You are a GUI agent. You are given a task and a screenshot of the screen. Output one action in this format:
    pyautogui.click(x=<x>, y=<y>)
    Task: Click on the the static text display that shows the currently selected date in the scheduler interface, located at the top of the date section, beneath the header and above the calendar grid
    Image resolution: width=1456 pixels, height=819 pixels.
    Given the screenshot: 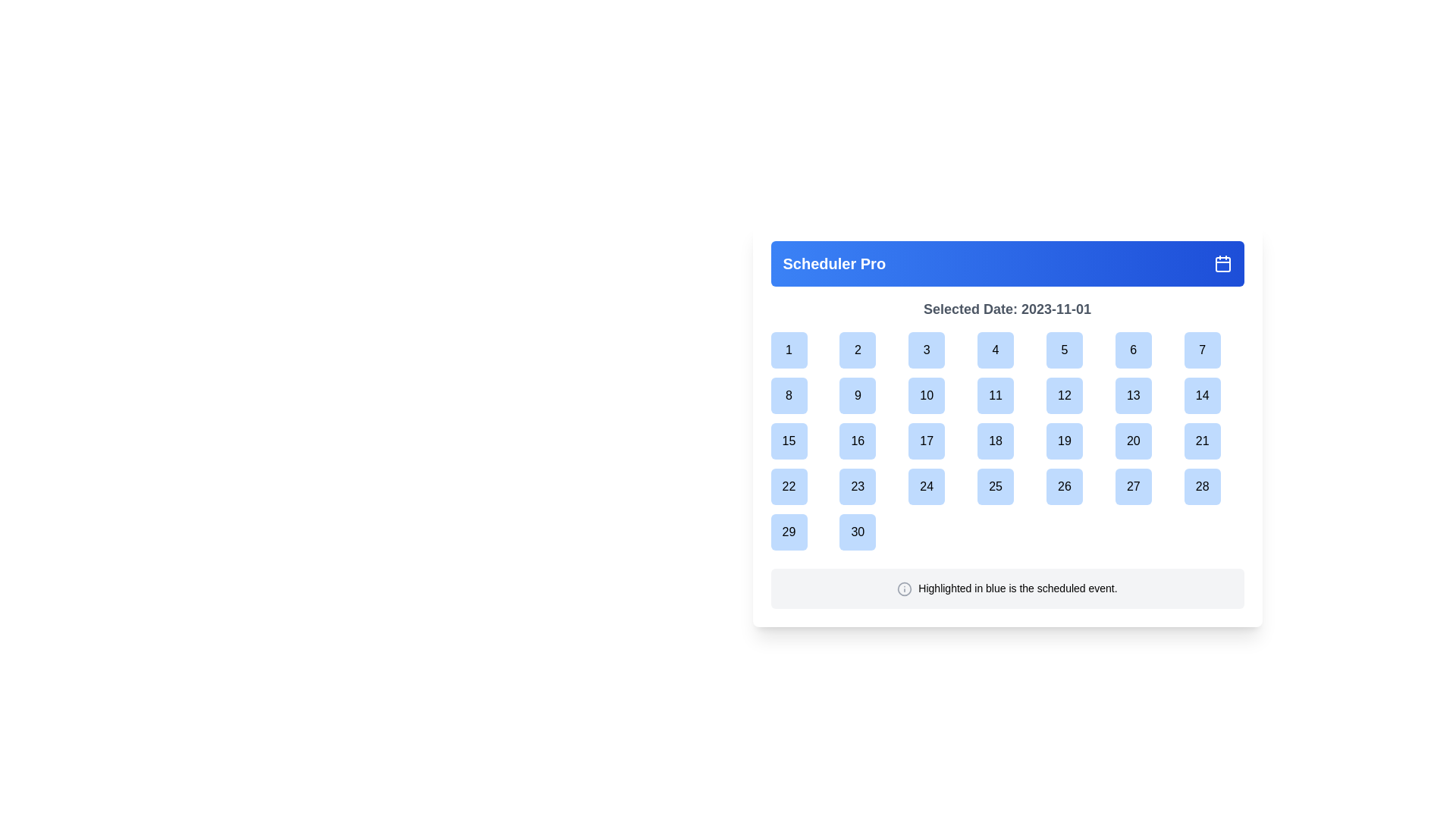 What is the action you would take?
    pyautogui.click(x=1007, y=309)
    